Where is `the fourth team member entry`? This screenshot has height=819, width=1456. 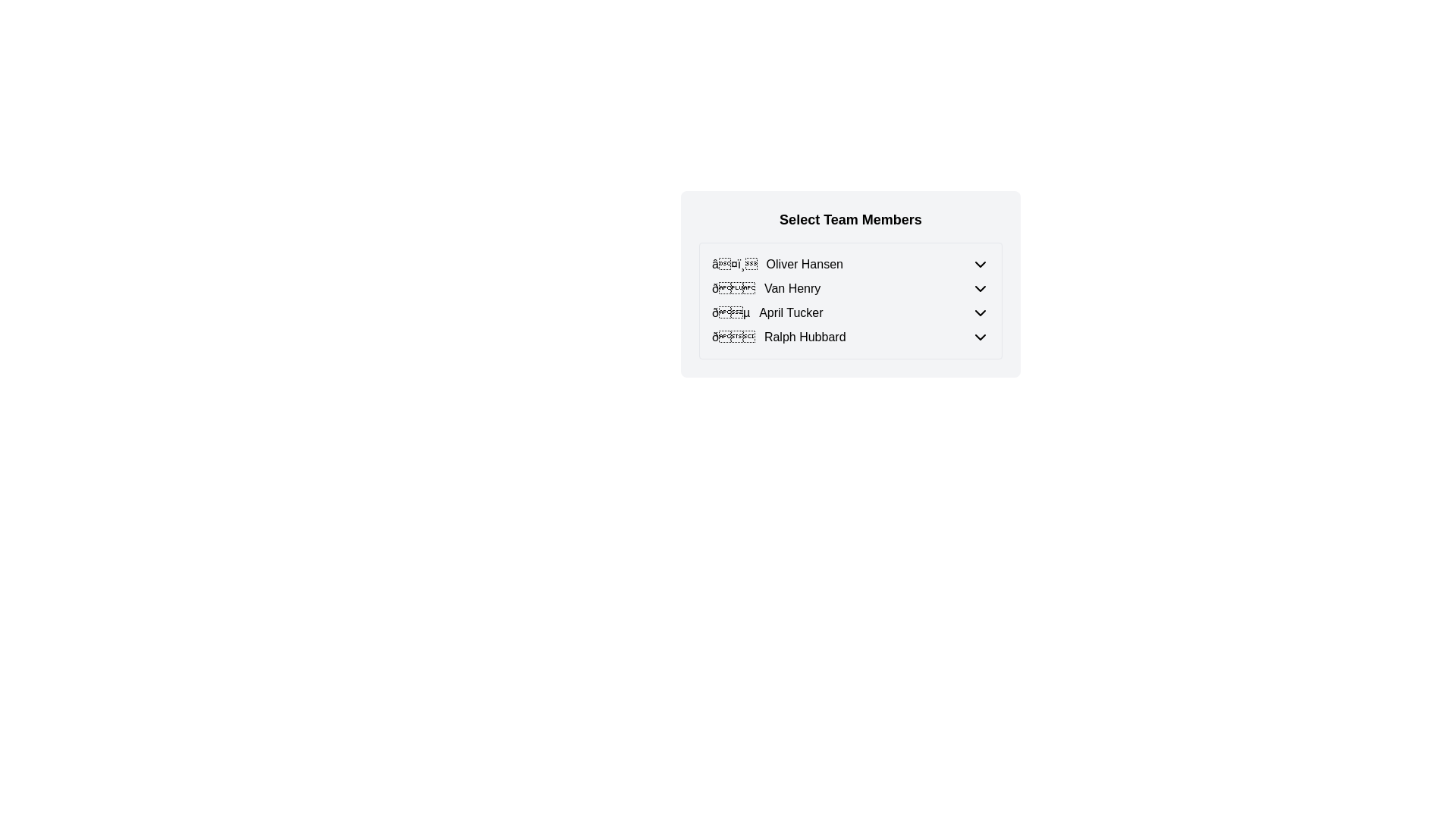
the fourth team member entry is located at coordinates (779, 336).